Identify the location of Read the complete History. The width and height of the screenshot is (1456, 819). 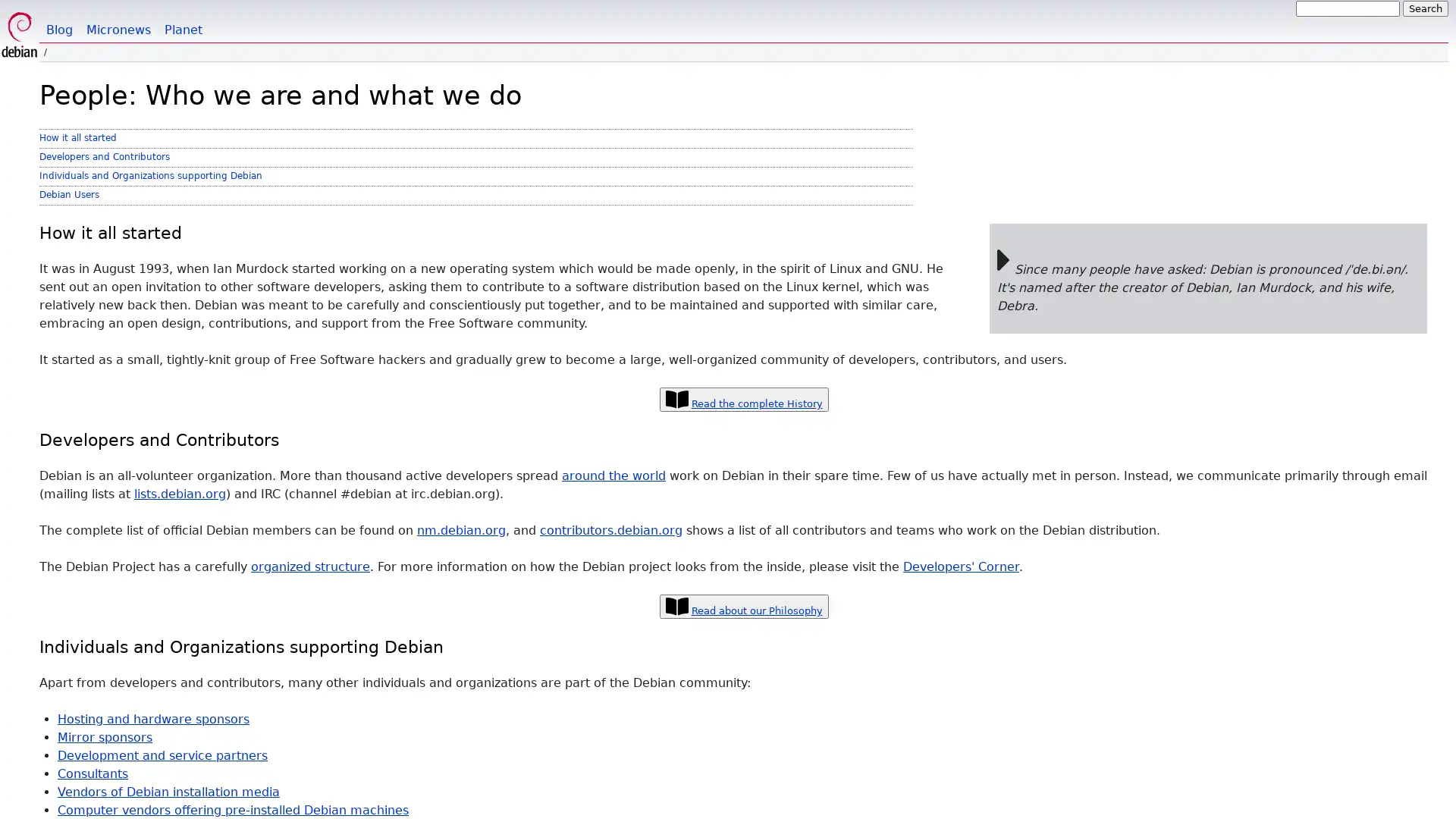
(743, 398).